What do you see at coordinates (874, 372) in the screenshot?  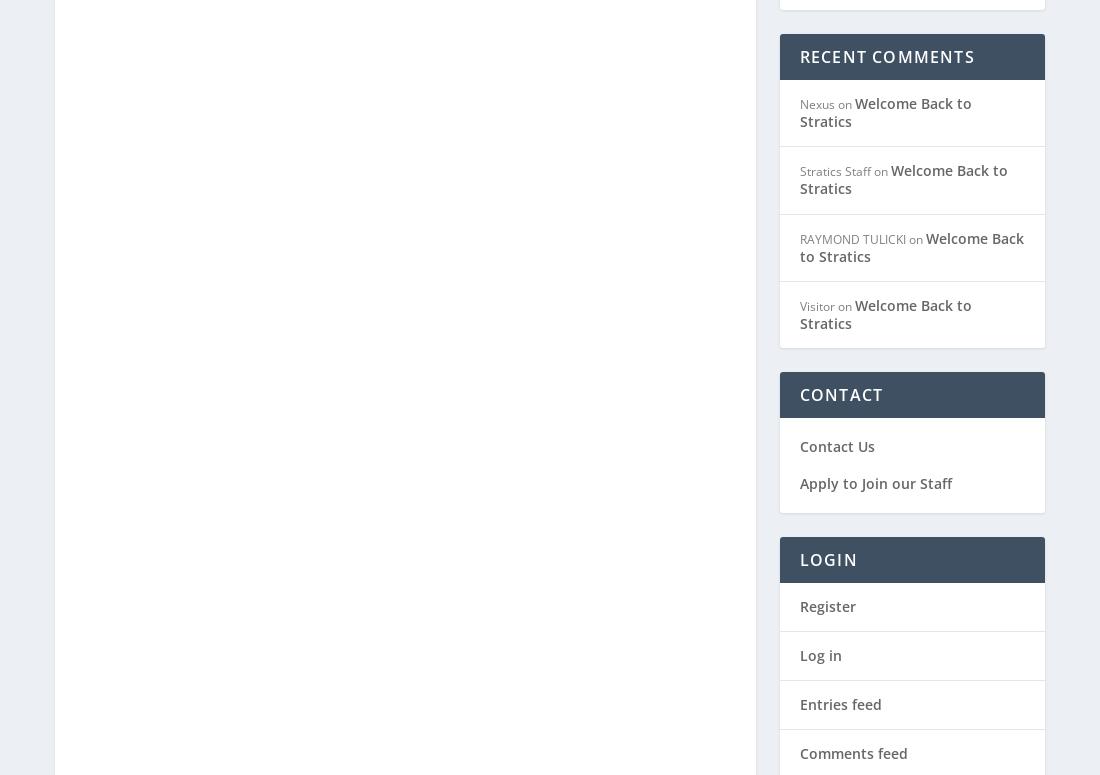 I see `'Apply to Join our Staff'` at bounding box center [874, 372].